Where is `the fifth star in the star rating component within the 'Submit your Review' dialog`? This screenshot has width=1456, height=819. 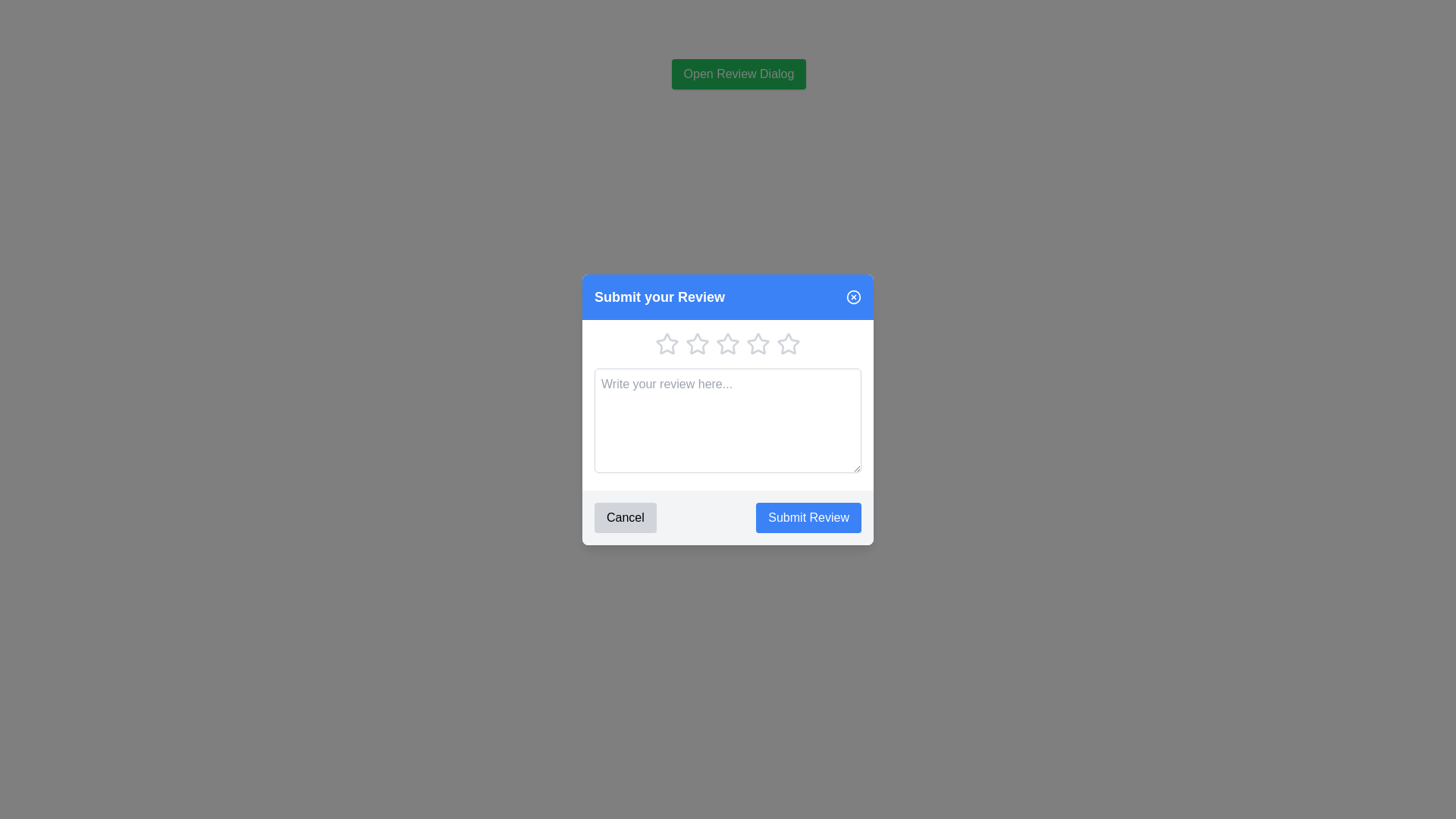
the fifth star in the star rating component within the 'Submit your Review' dialog is located at coordinates (789, 343).